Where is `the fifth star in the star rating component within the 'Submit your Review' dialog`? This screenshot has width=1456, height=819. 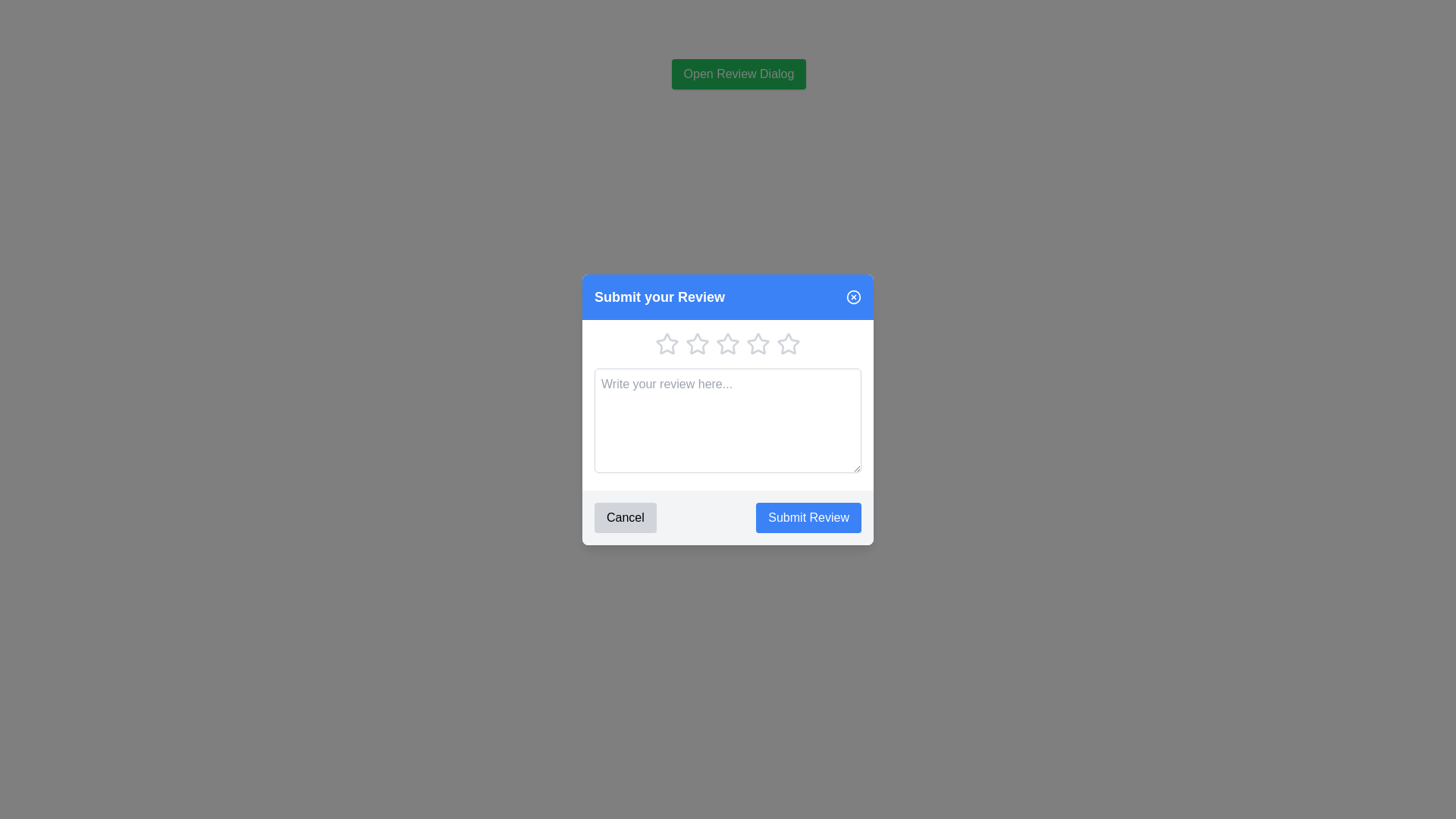
the fifth star in the star rating component within the 'Submit your Review' dialog is located at coordinates (789, 343).